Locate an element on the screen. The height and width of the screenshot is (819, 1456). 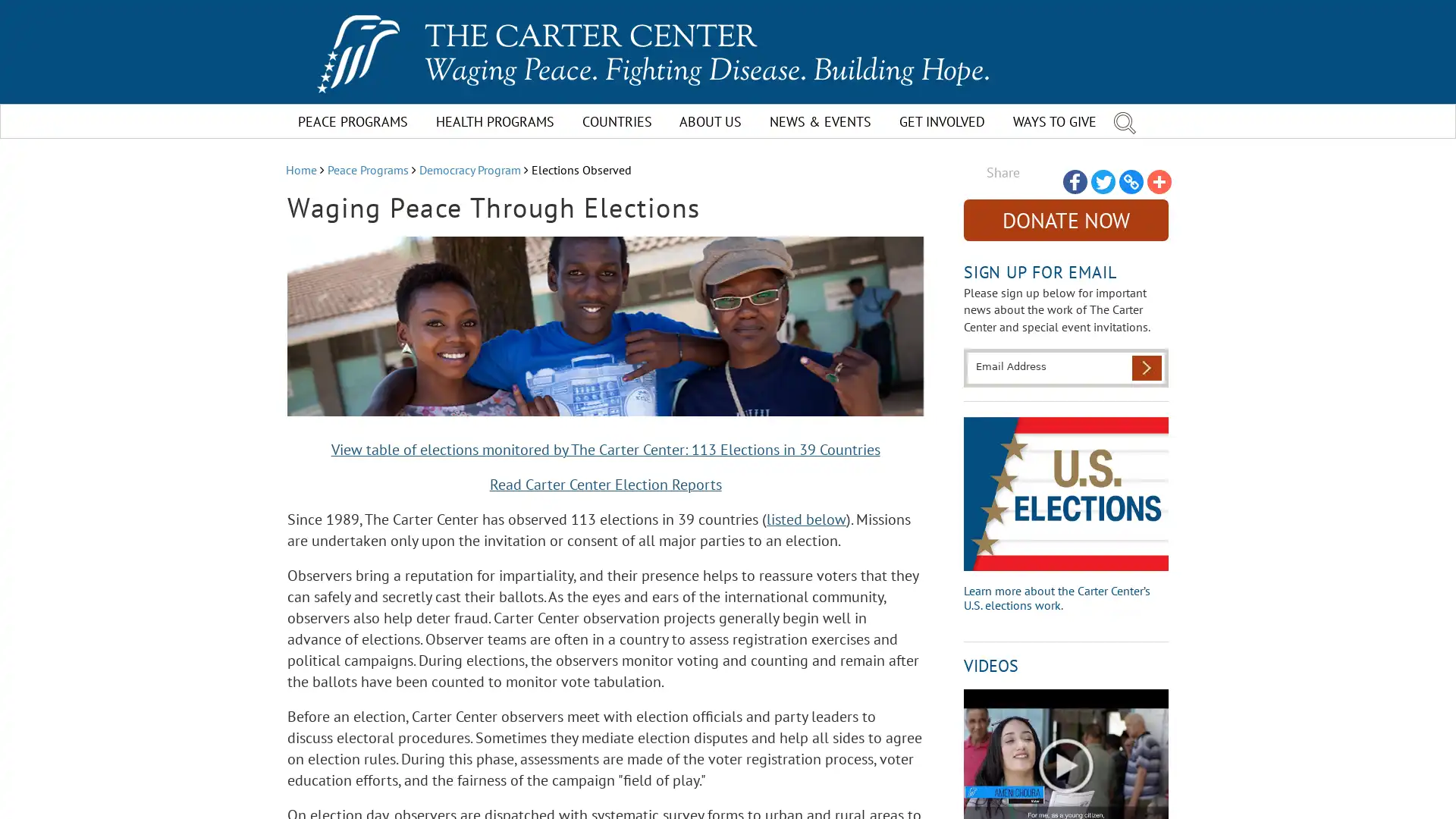
Share to Facebook is located at coordinates (1074, 180).